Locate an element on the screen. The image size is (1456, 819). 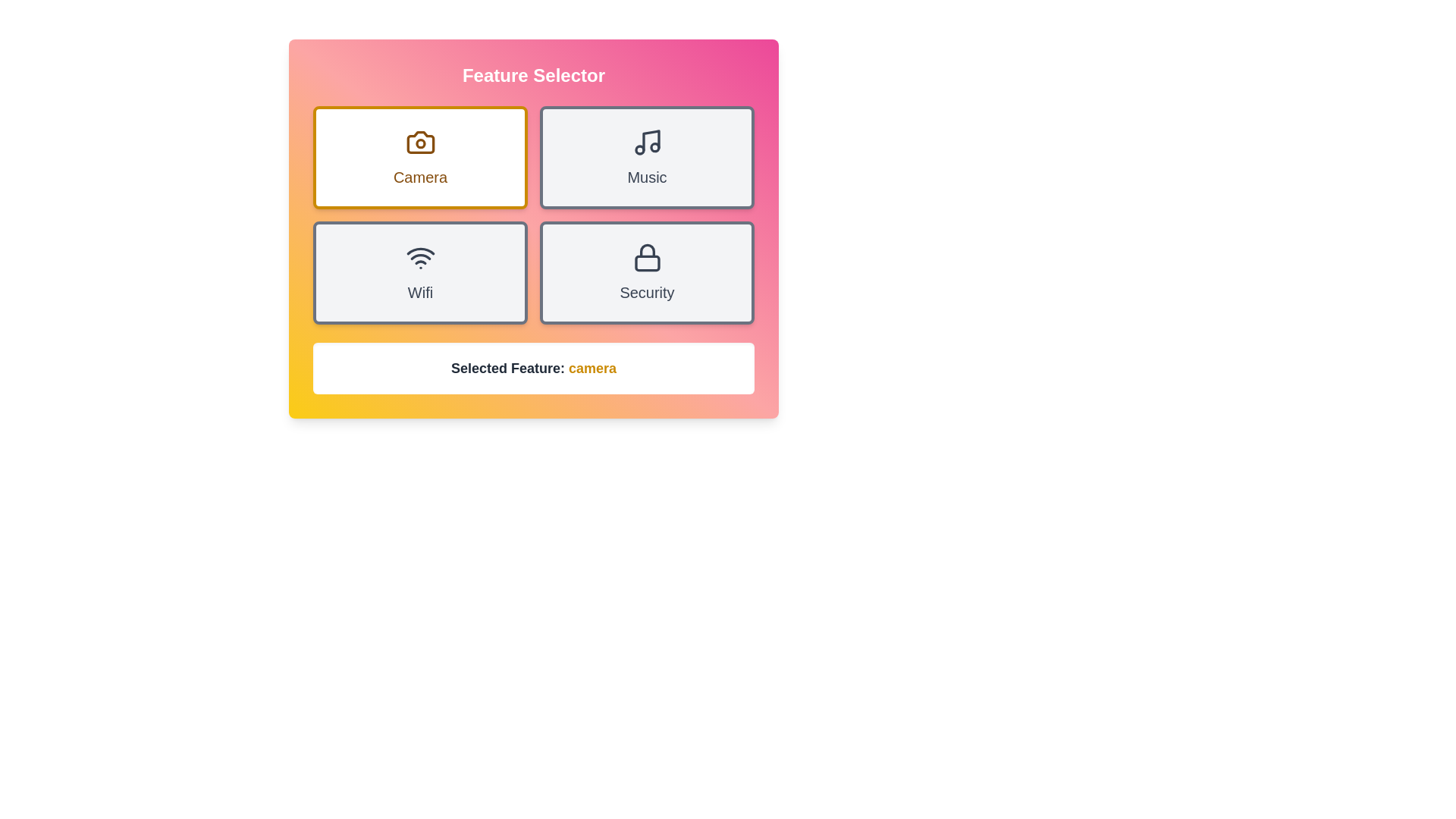
the text label indicating the currently selected feature, which reads 'Selected Feature: camera', located centrally below the feature options grid is located at coordinates (591, 369).